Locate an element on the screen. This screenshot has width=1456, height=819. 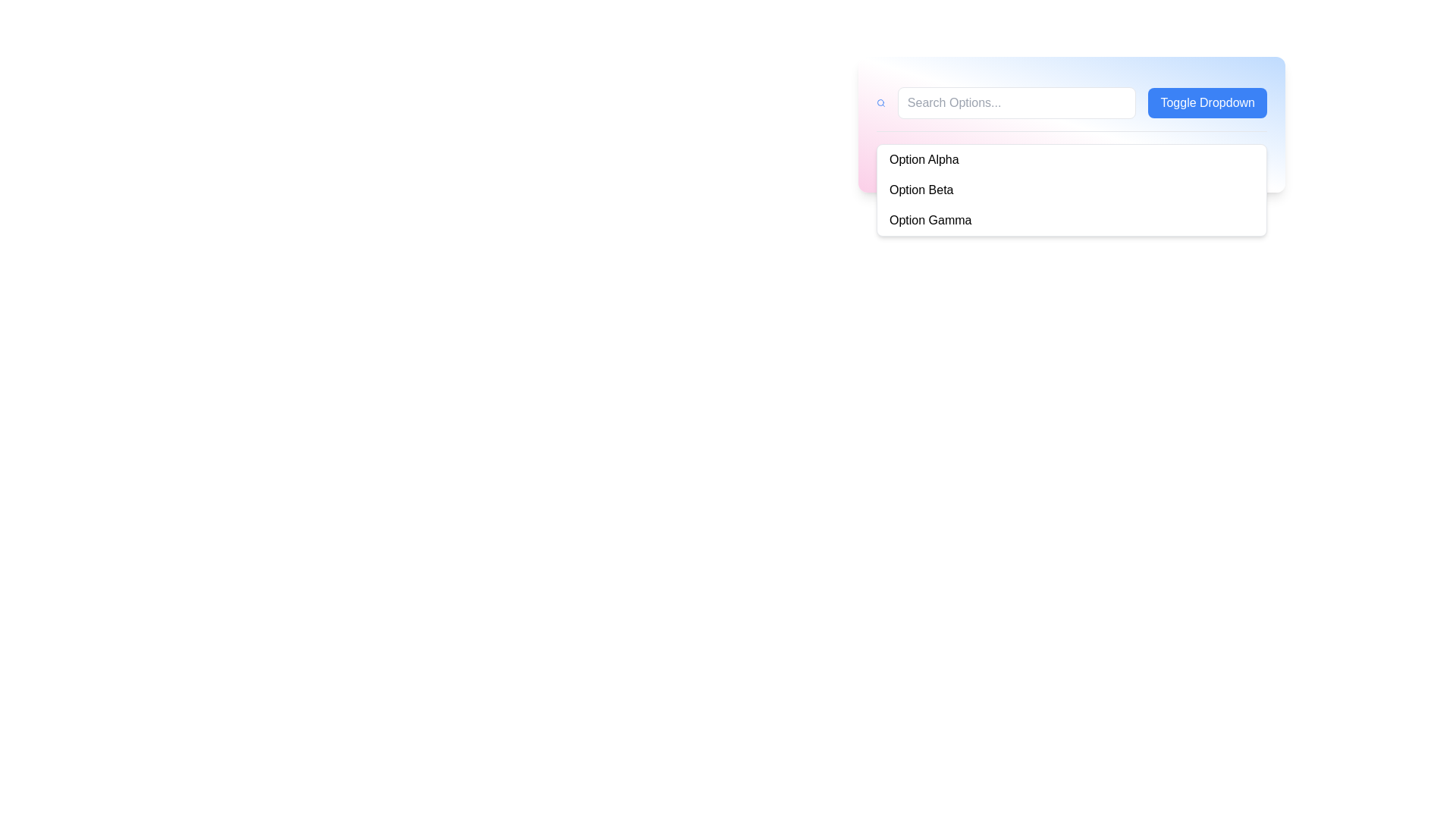
the selectable dropdown option labeled 'Option Beta' is located at coordinates (1071, 189).